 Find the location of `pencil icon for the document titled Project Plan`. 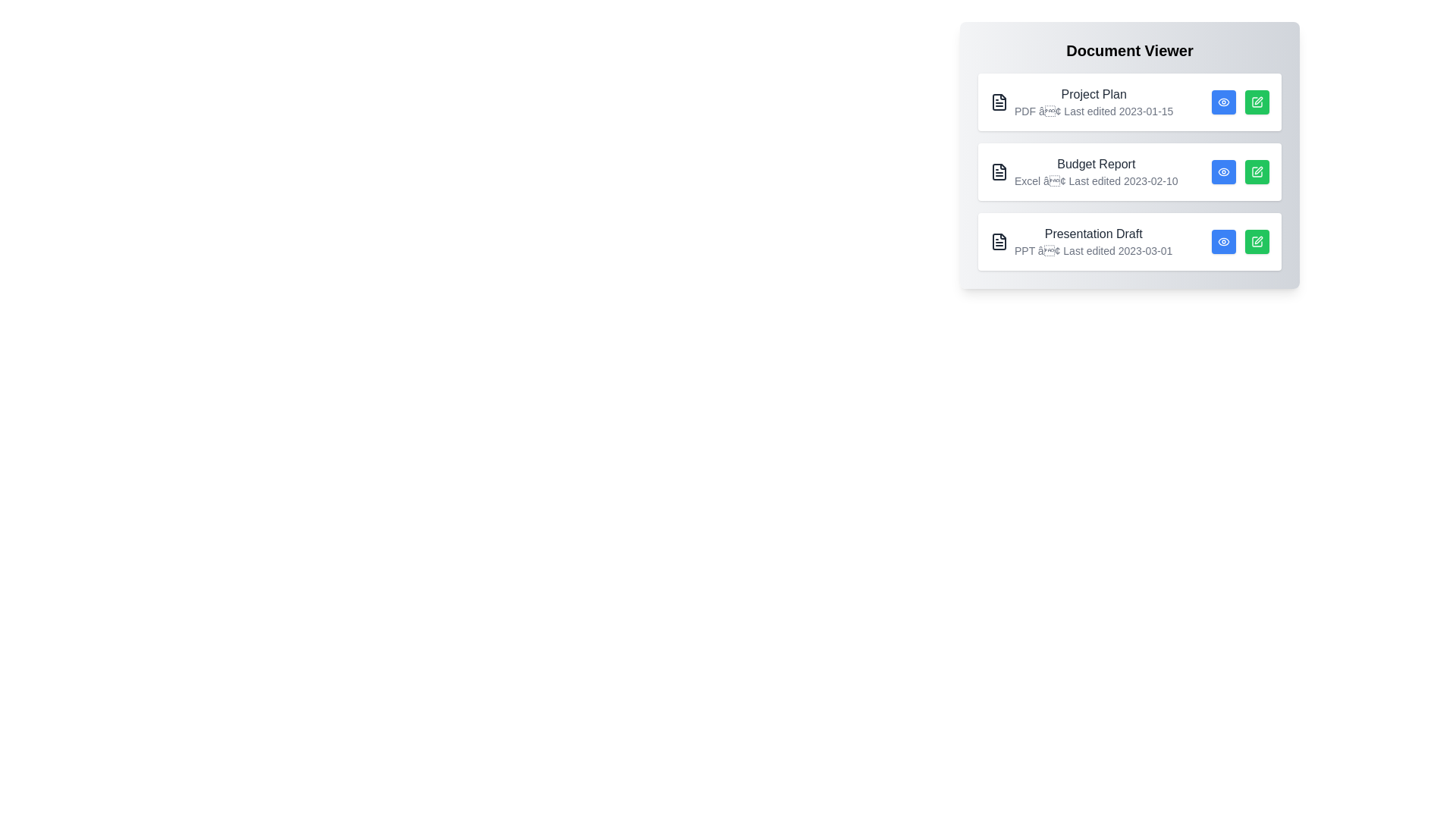

pencil icon for the document titled Project Plan is located at coordinates (1257, 102).